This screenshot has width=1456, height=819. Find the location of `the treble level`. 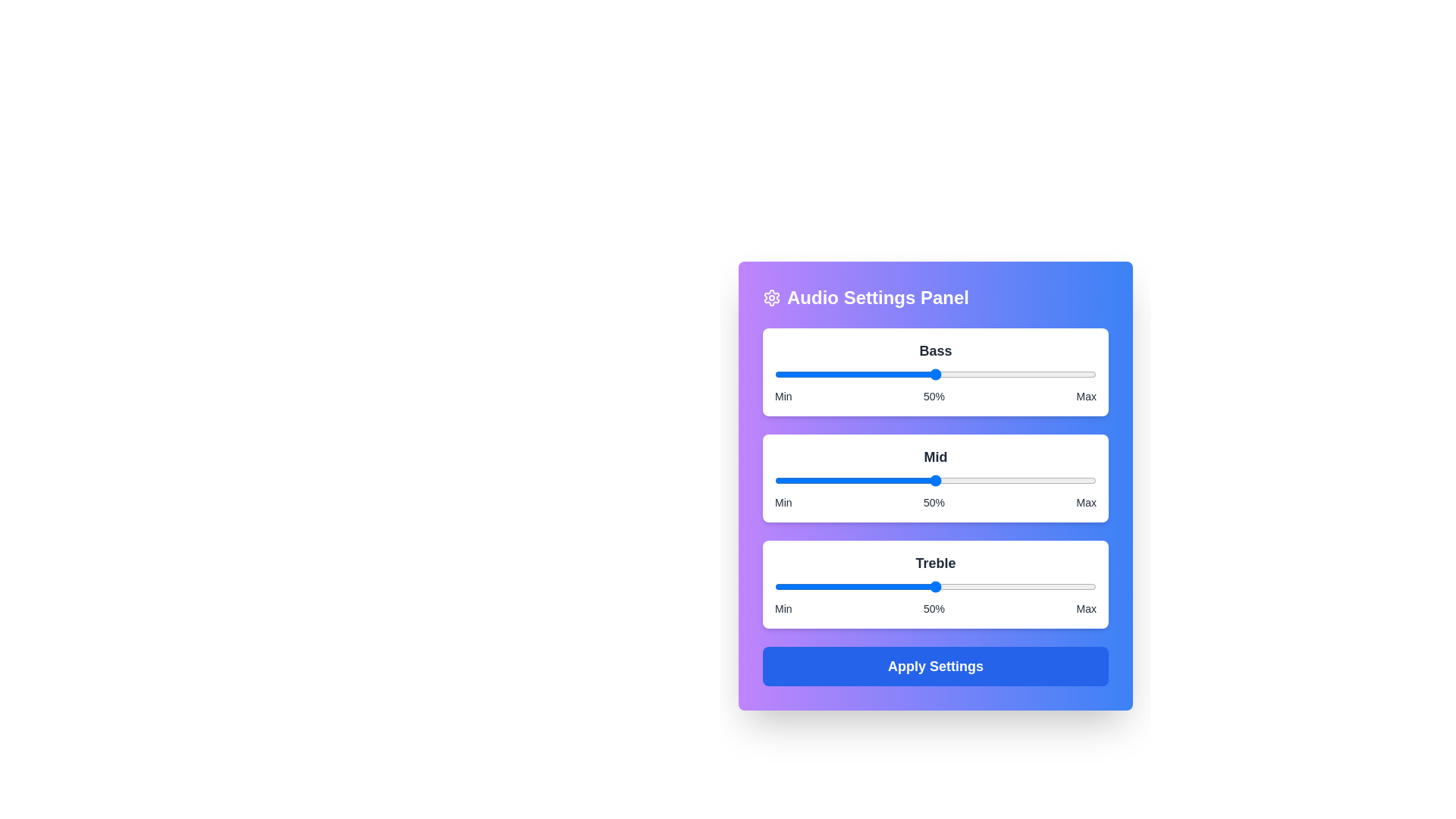

the treble level is located at coordinates (809, 586).